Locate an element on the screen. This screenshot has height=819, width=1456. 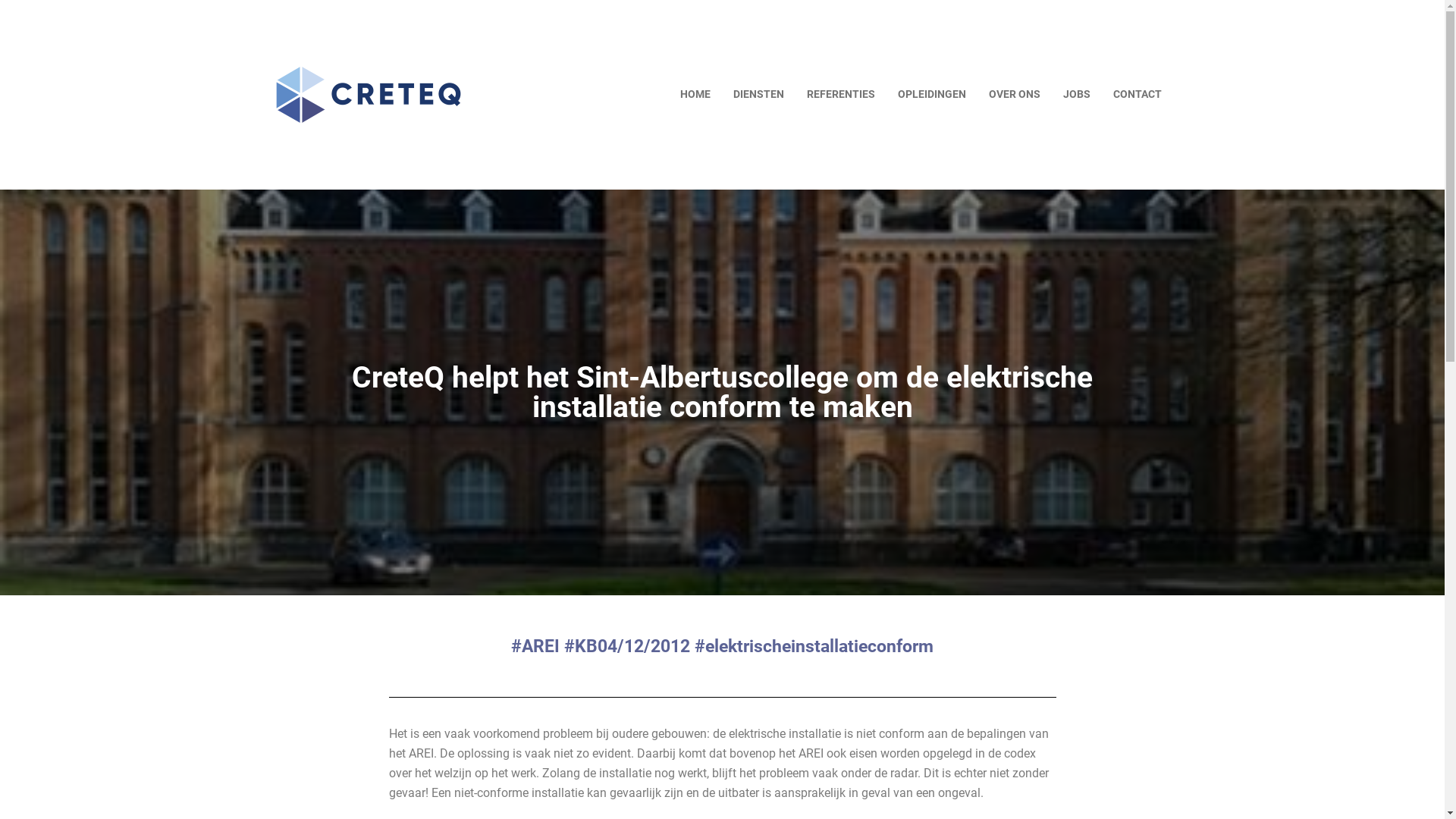
'HOME' is located at coordinates (694, 94).